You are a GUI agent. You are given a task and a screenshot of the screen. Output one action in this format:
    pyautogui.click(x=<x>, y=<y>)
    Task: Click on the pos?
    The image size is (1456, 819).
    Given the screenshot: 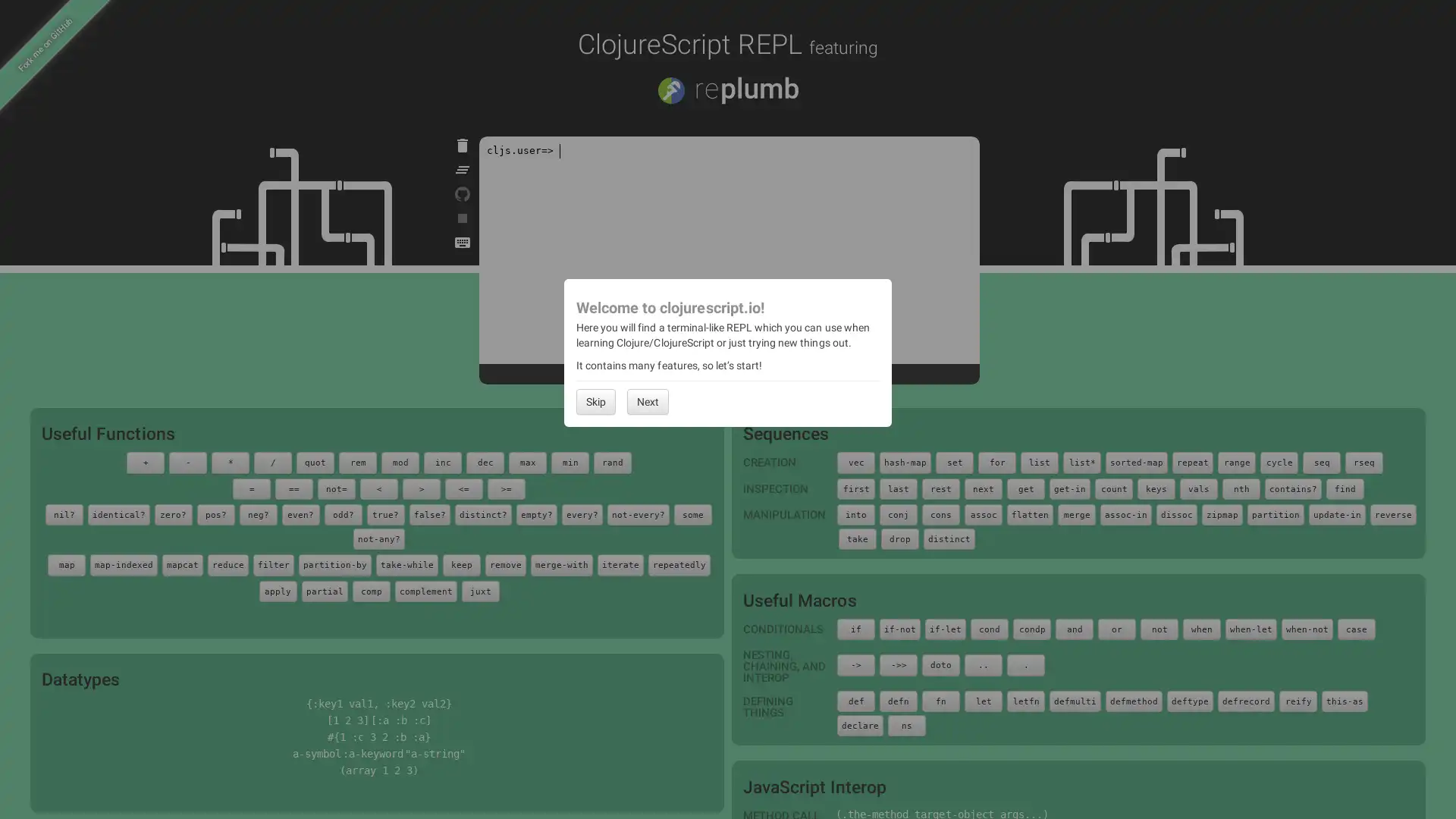 What is the action you would take?
    pyautogui.click(x=214, y=513)
    